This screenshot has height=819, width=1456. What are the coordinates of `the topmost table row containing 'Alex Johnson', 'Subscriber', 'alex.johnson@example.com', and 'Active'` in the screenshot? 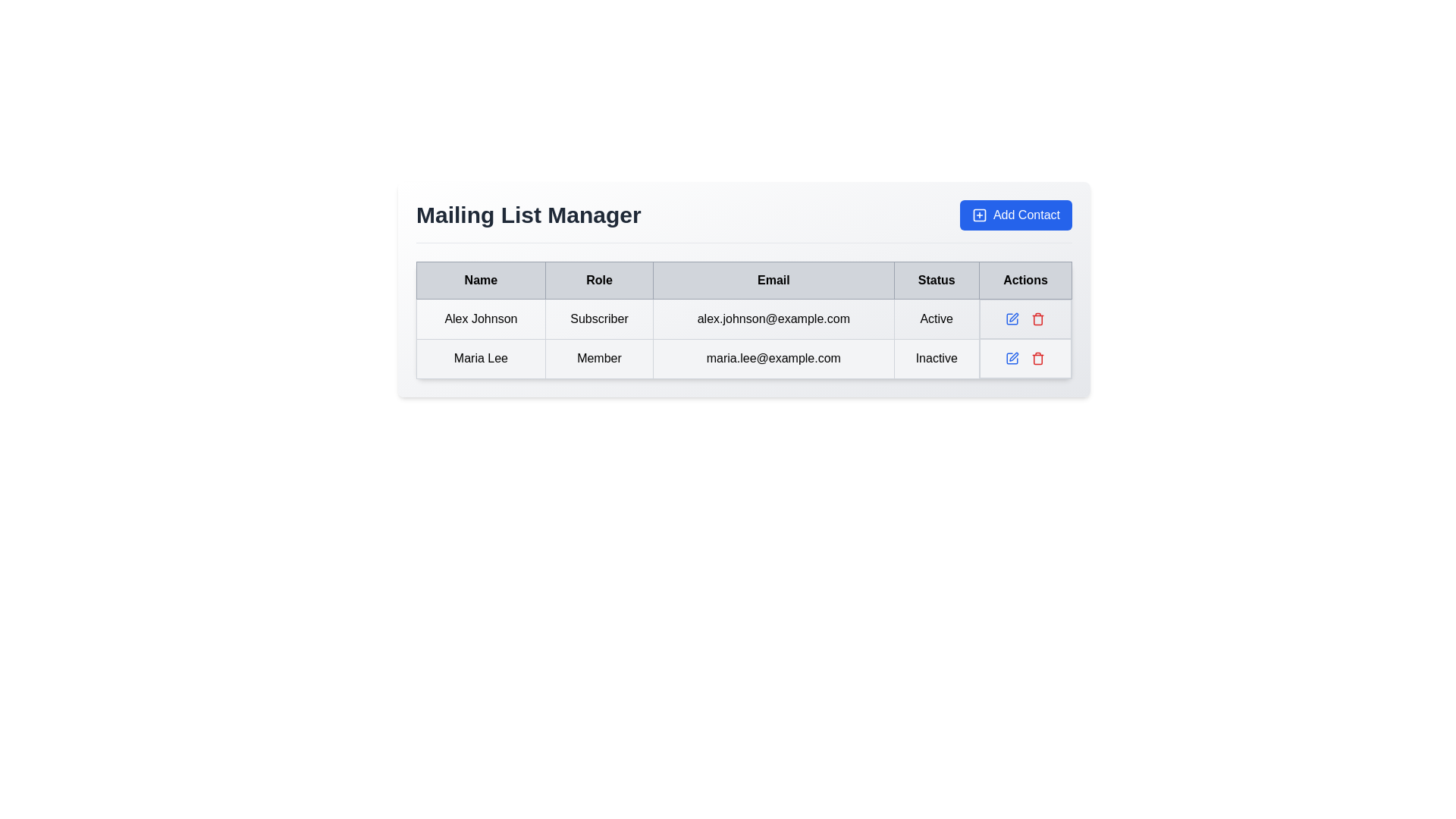 It's located at (744, 318).